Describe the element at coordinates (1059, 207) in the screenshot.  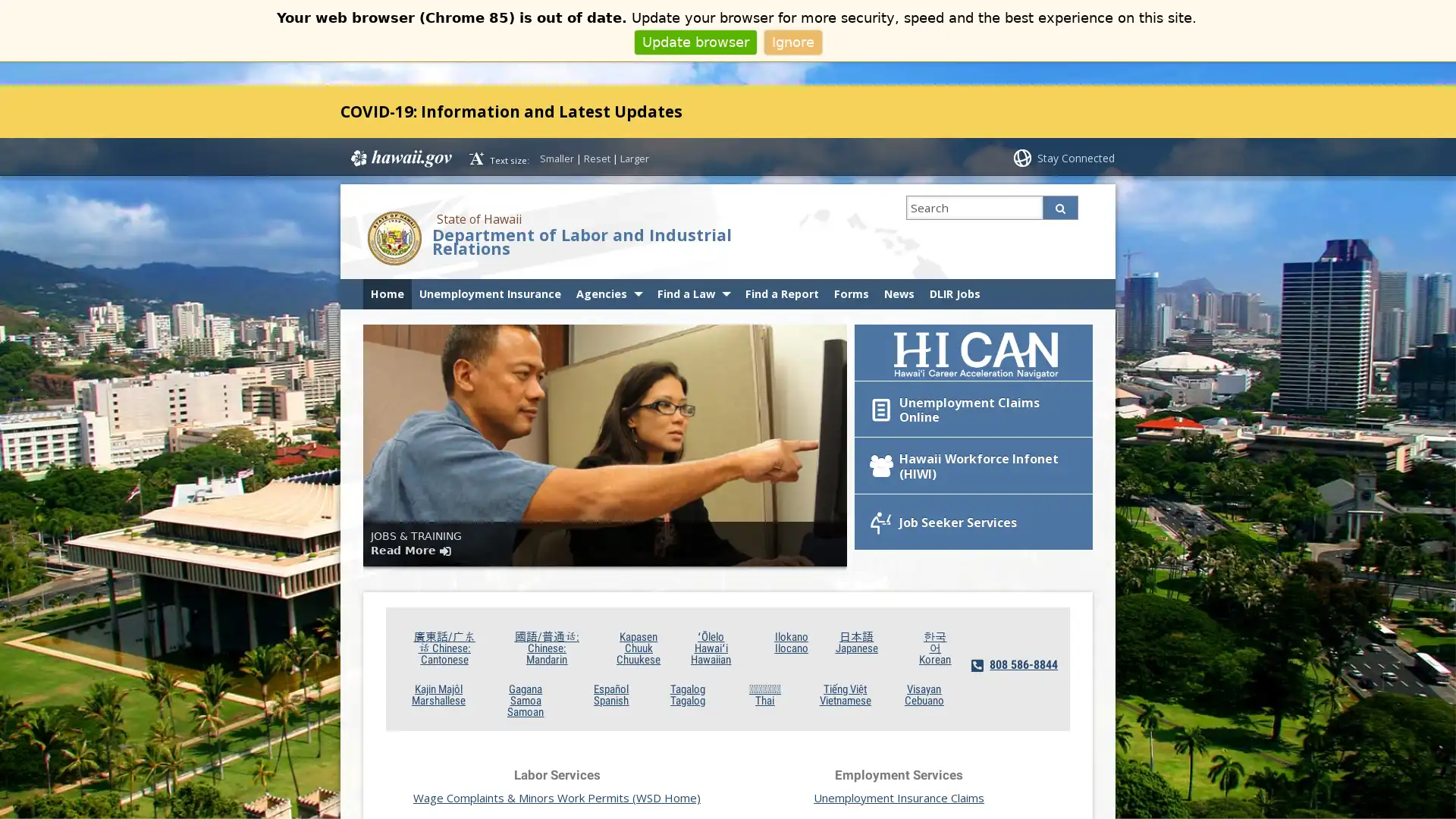
I see `Search` at that location.